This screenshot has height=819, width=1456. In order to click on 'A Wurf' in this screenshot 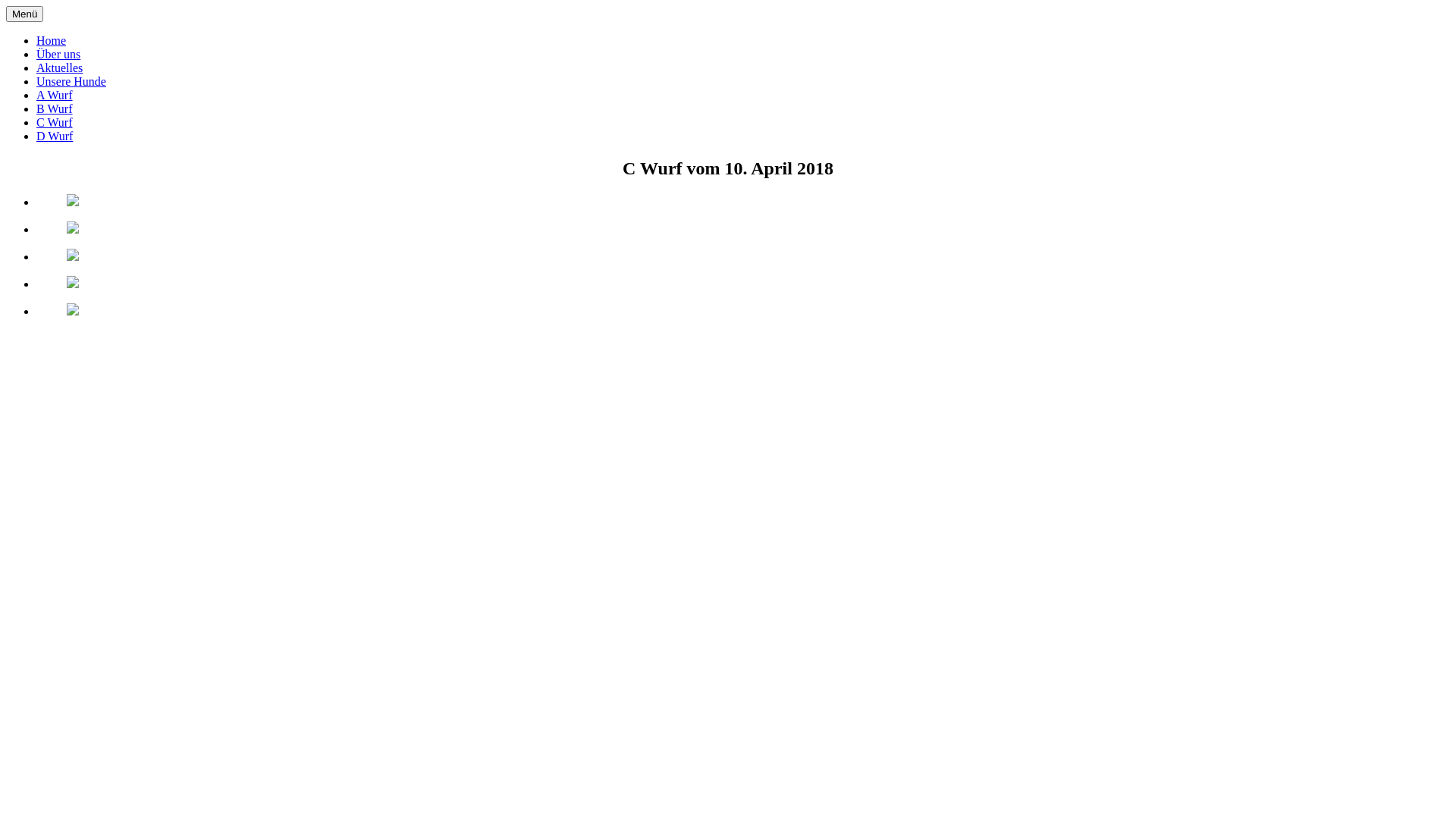, I will do `click(55, 95)`.